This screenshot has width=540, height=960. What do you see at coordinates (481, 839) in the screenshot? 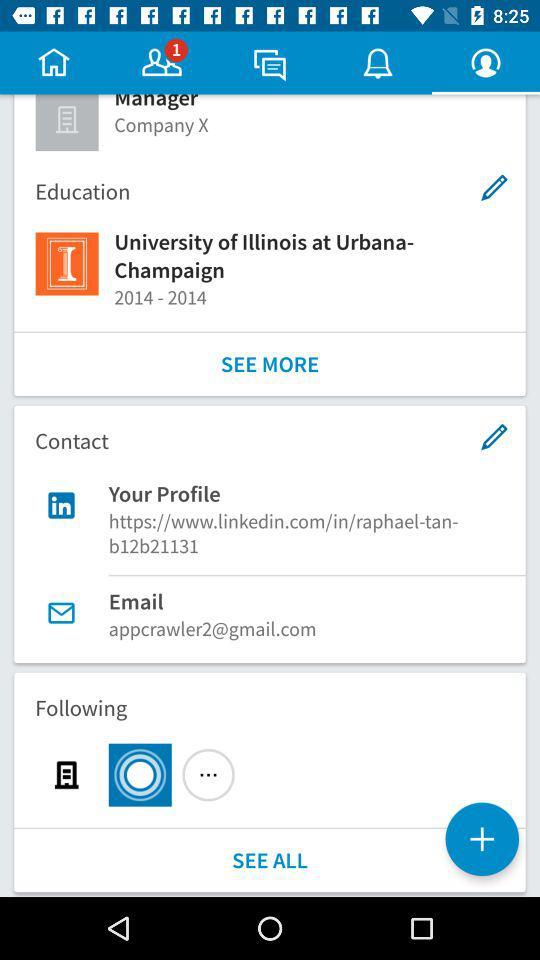
I see `the add icon` at bounding box center [481, 839].